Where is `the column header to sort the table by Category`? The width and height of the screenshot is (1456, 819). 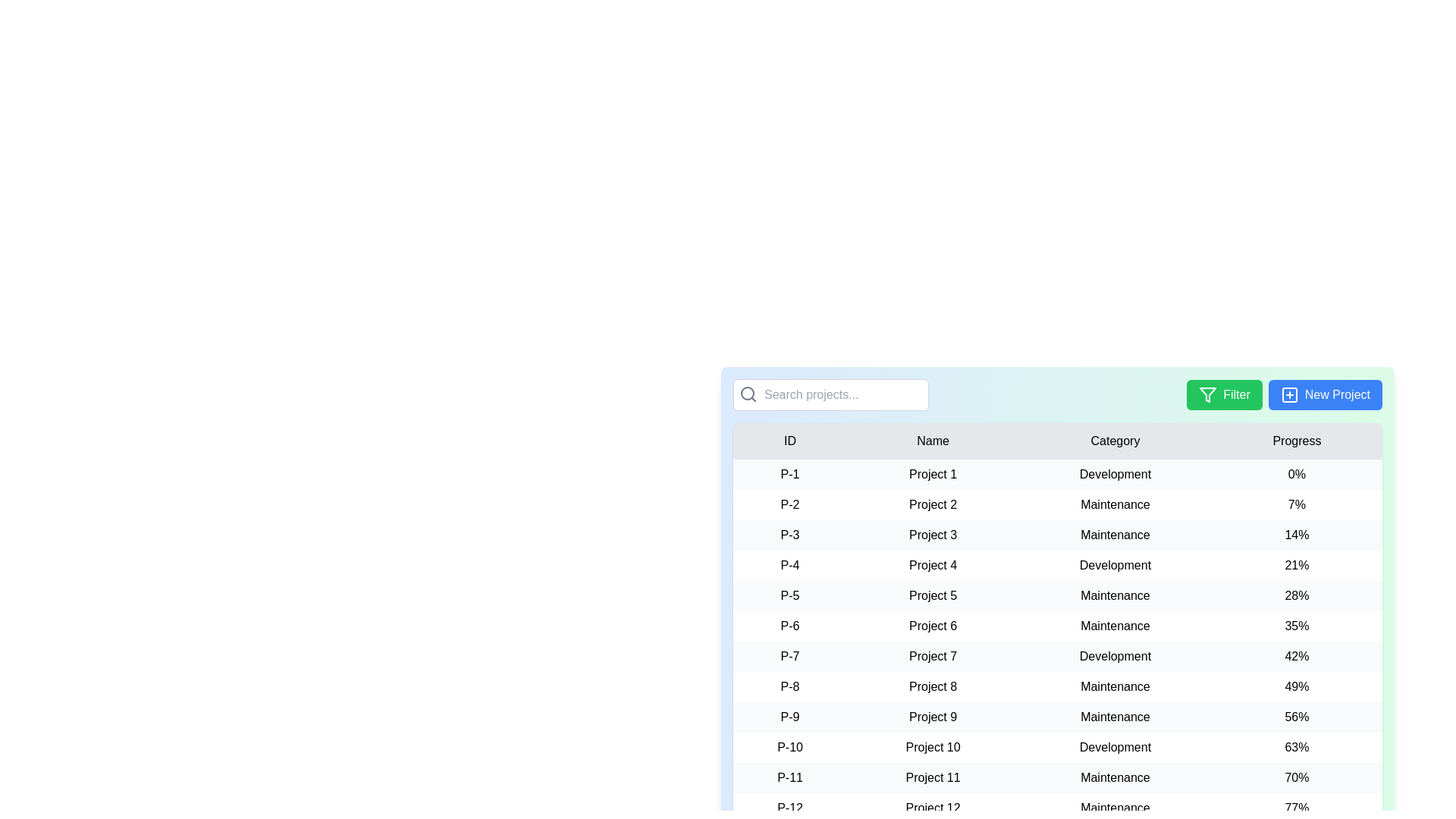
the column header to sort the table by Category is located at coordinates (1114, 441).